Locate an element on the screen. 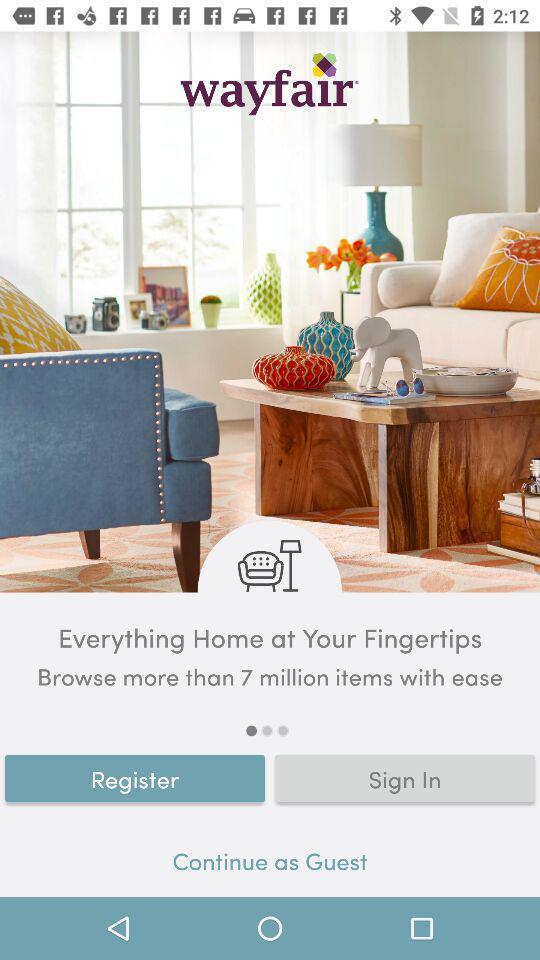 The height and width of the screenshot is (960, 540). sign in at the bottom right corner is located at coordinates (405, 777).